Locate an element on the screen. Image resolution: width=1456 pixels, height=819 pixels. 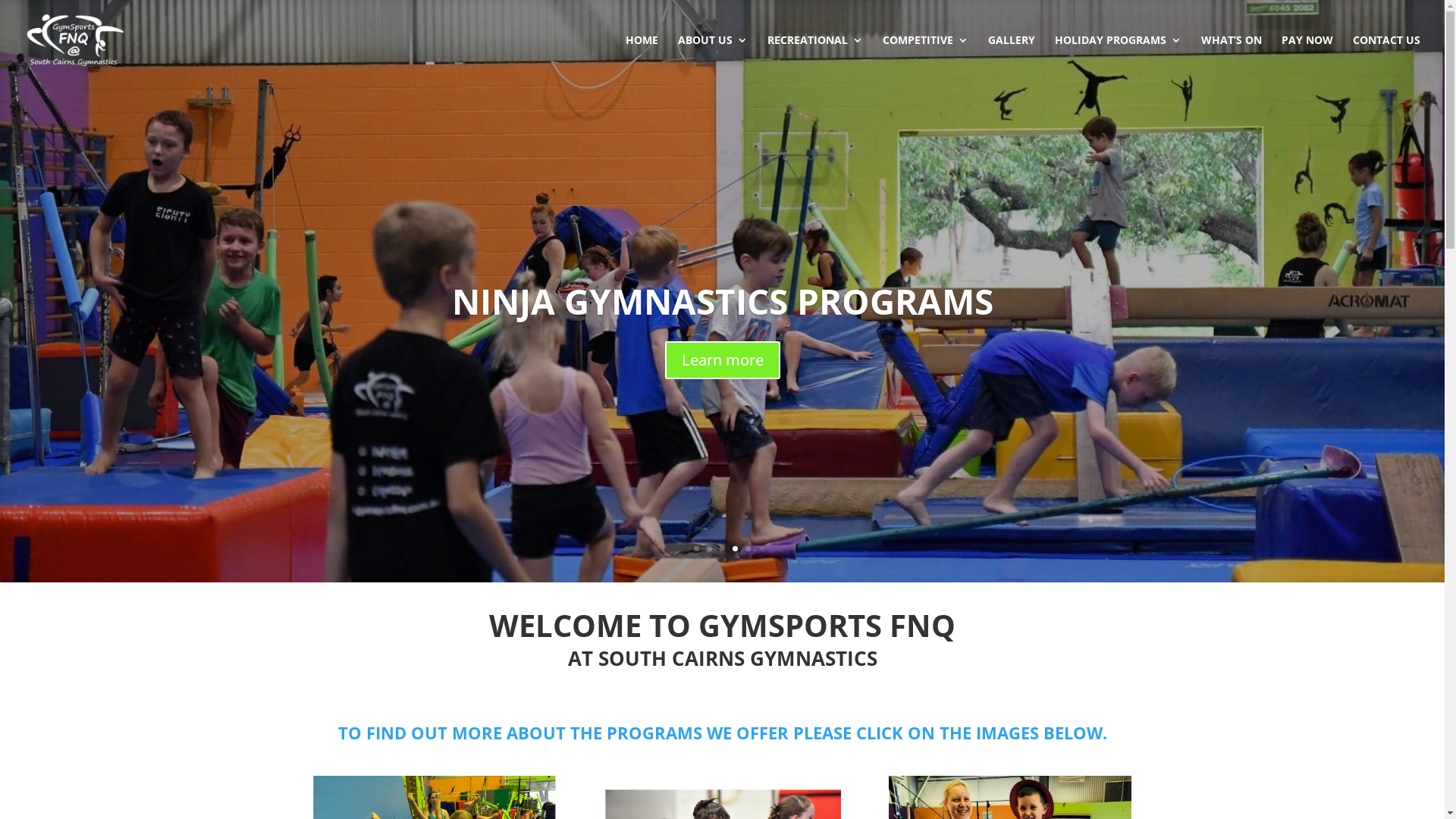
'Learn more' is located at coordinates (720, 359).